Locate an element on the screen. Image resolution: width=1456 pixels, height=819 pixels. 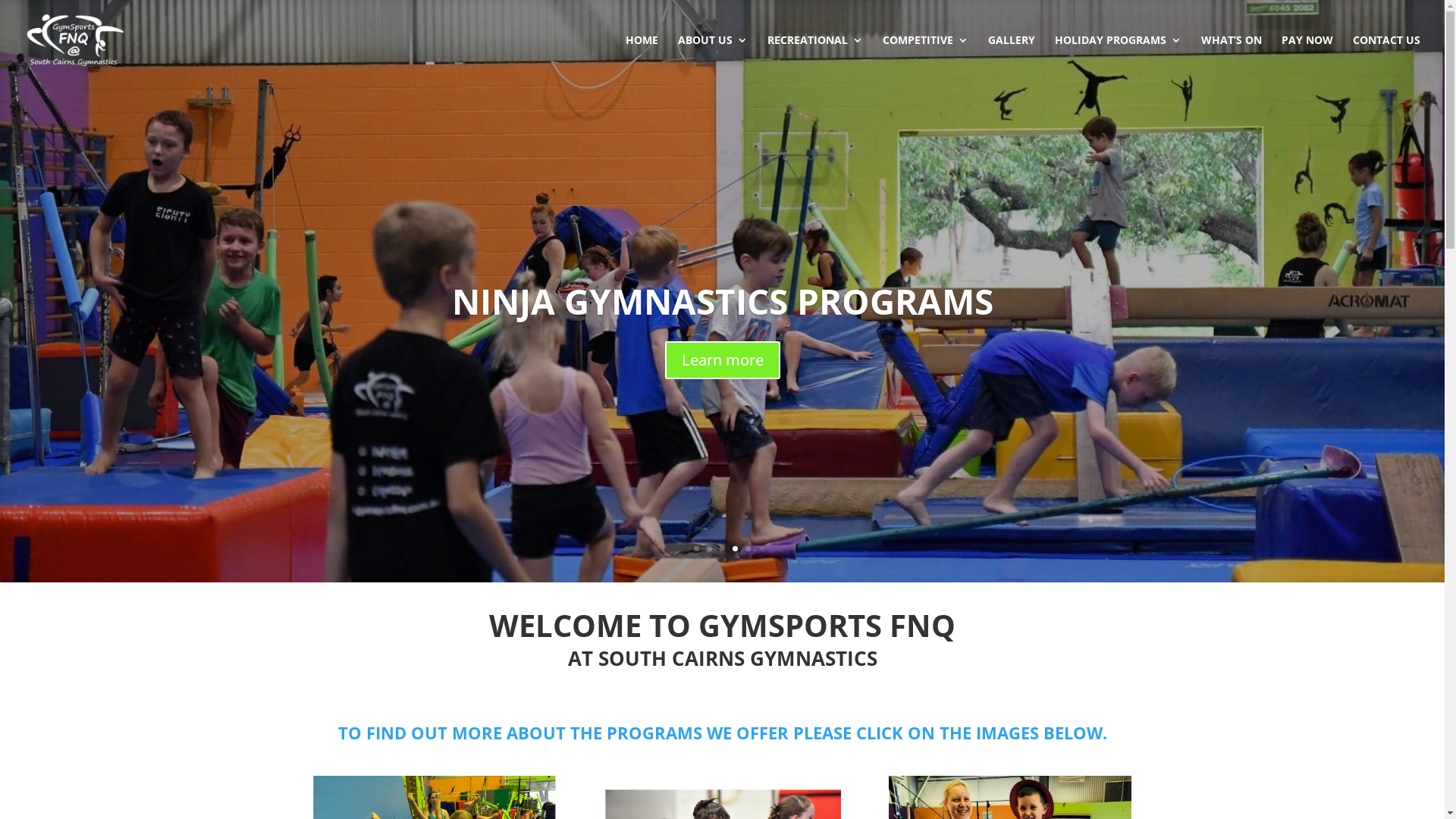
'Learn more' is located at coordinates (720, 359).